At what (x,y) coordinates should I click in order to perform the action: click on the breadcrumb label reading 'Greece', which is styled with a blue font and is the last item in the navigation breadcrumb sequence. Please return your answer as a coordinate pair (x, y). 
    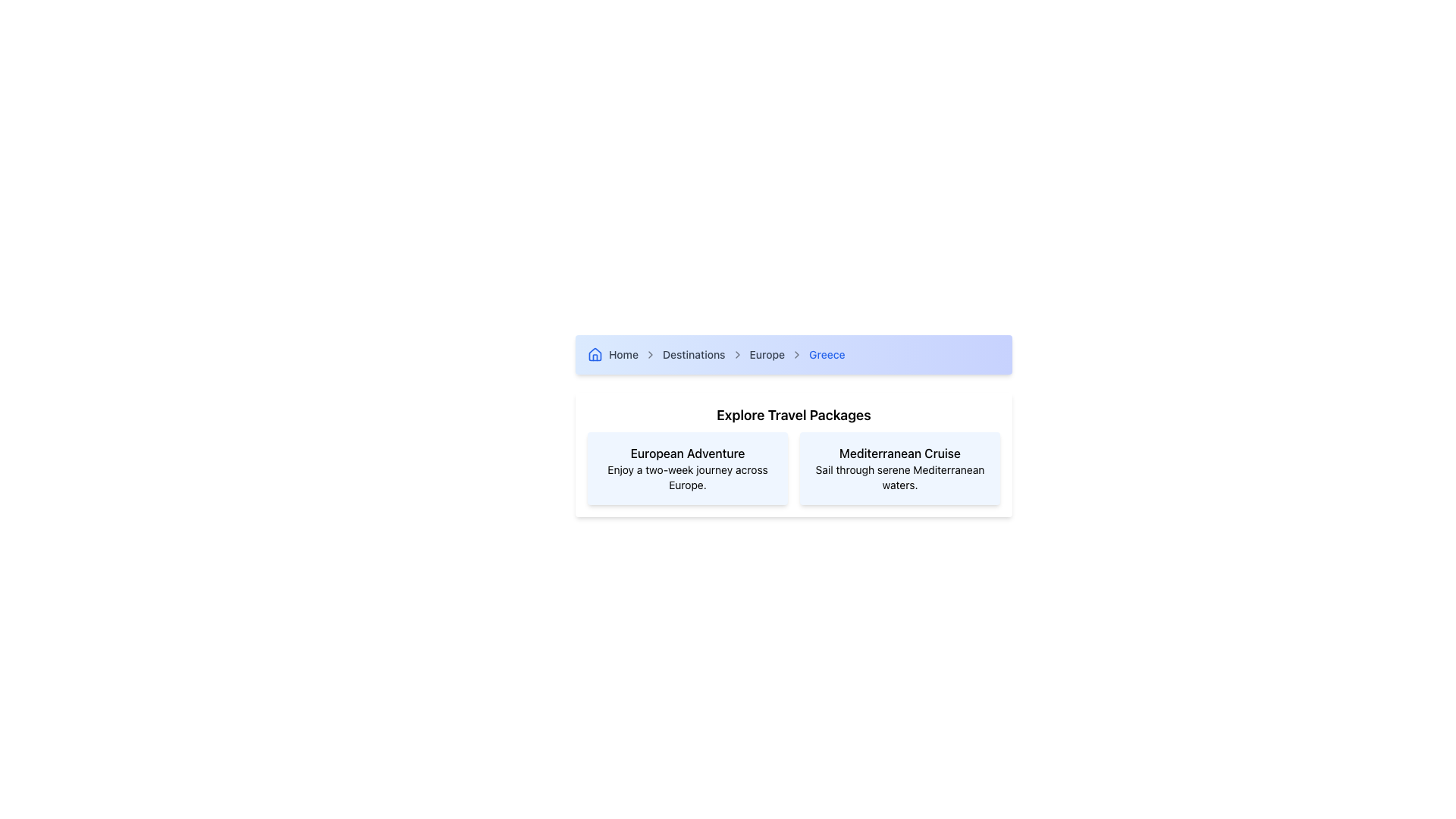
    Looking at the image, I should click on (826, 354).